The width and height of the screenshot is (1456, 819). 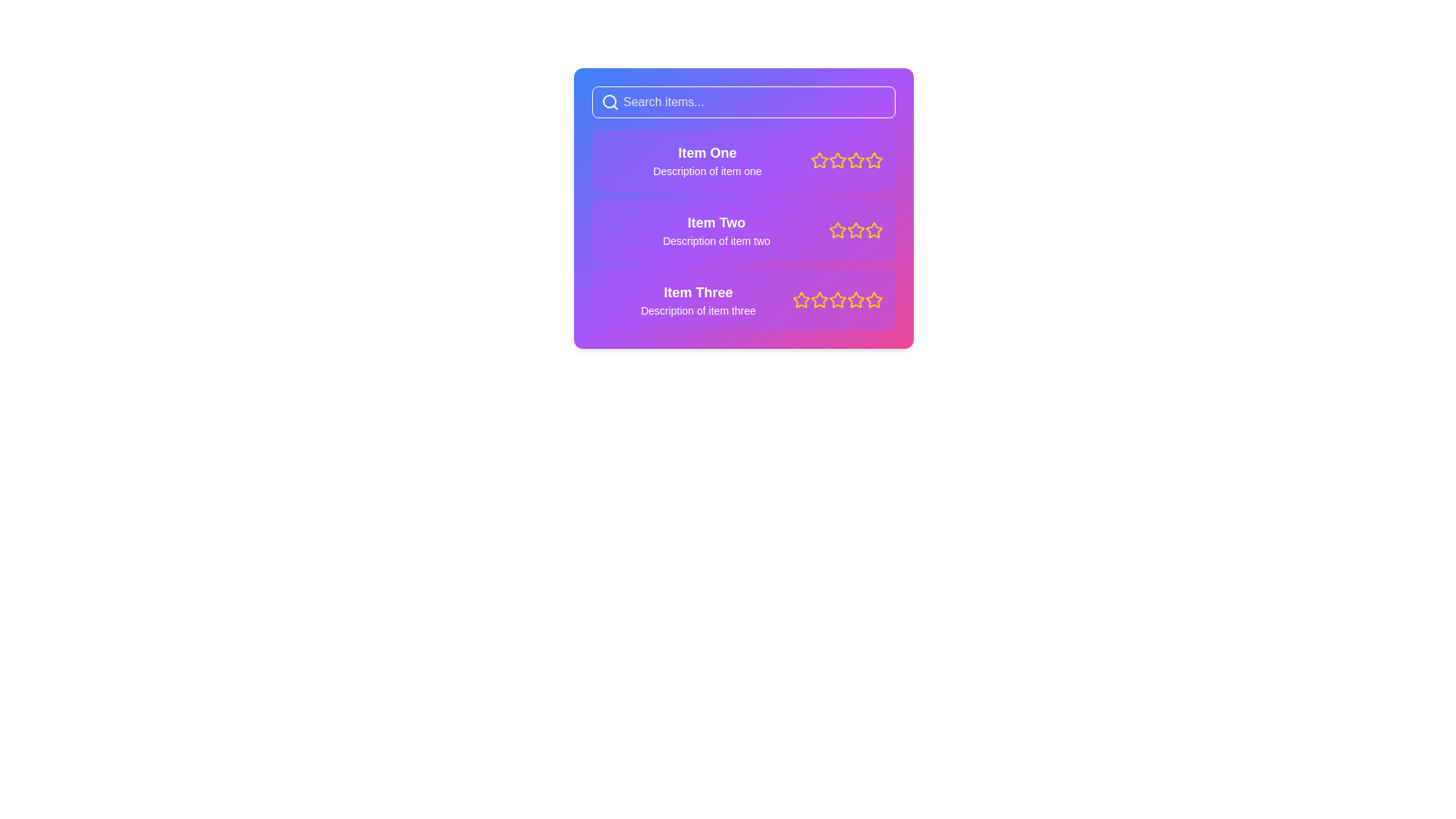 What do you see at coordinates (706, 171) in the screenshot?
I see `secondary information text located directly beneath 'Item One', which provides additional context for the item` at bounding box center [706, 171].